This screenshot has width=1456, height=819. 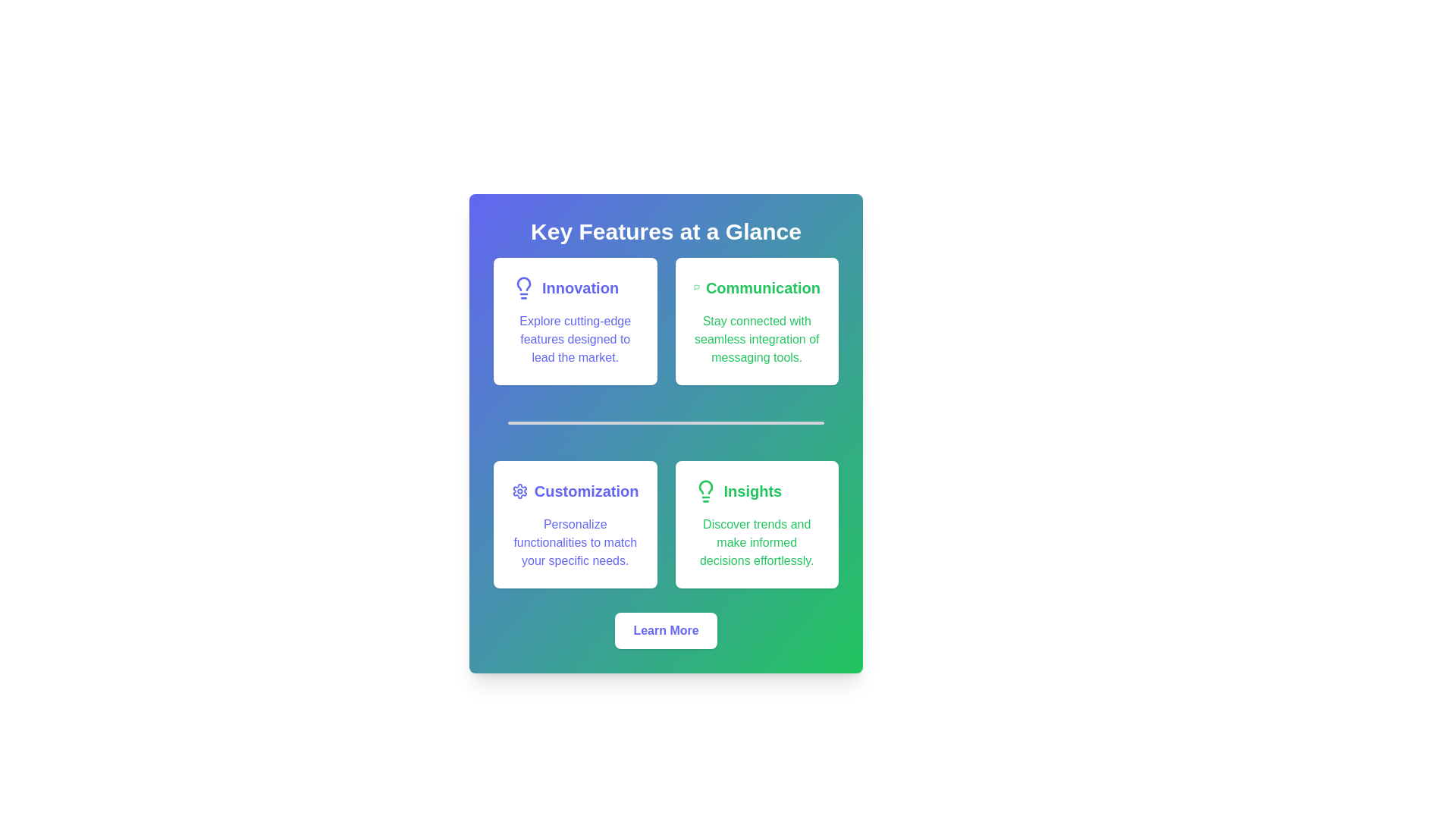 What do you see at coordinates (666, 423) in the screenshot?
I see `the horizontal separator bar that visually separates the 'Innovation' and 'Communication' cards from the 'Customization' and 'Insights' cards` at bounding box center [666, 423].